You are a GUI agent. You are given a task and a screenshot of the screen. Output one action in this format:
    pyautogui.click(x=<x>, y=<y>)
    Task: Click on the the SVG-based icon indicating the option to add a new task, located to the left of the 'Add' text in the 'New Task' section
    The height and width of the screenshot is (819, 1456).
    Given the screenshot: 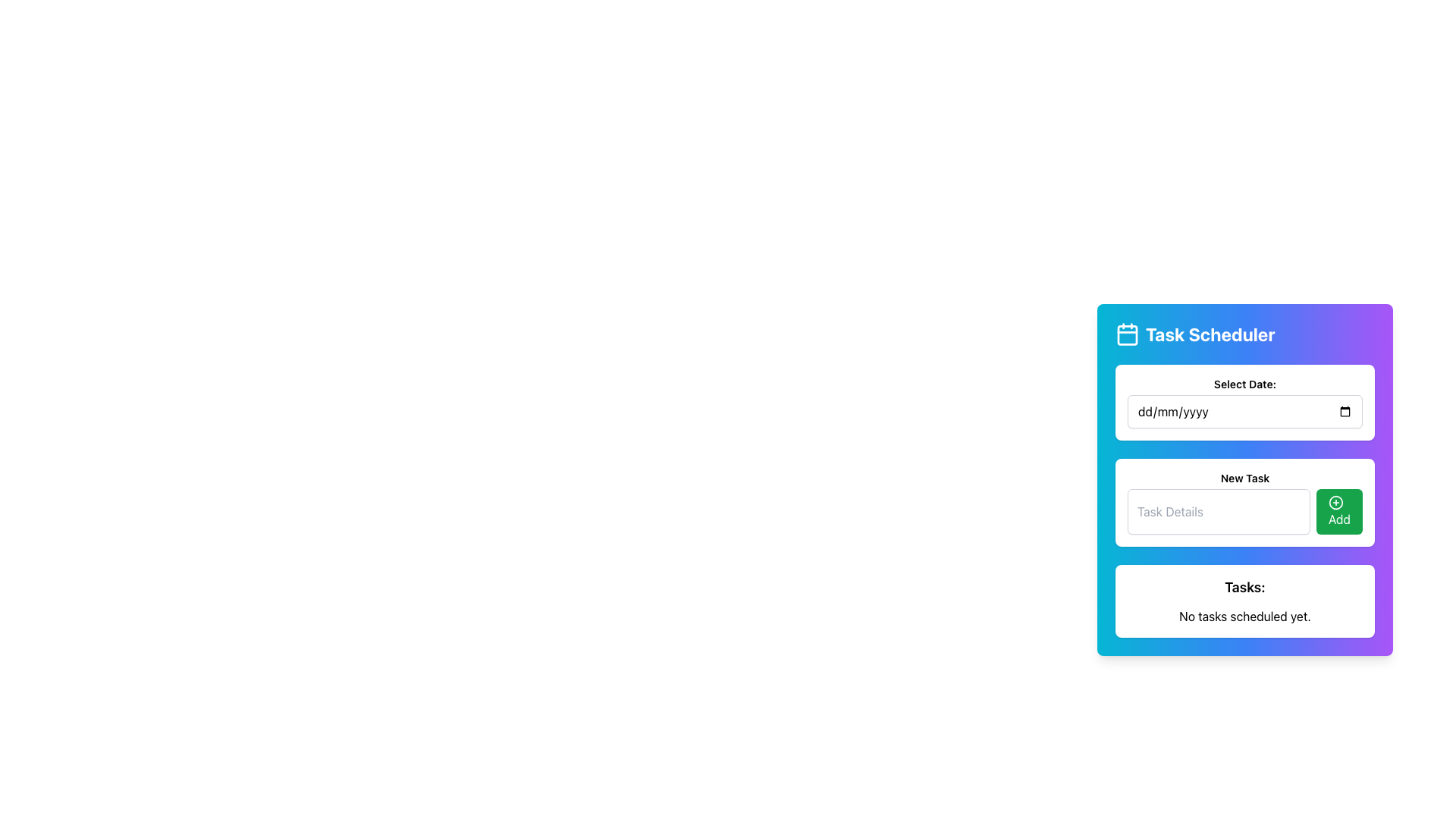 What is the action you would take?
    pyautogui.click(x=1335, y=503)
    